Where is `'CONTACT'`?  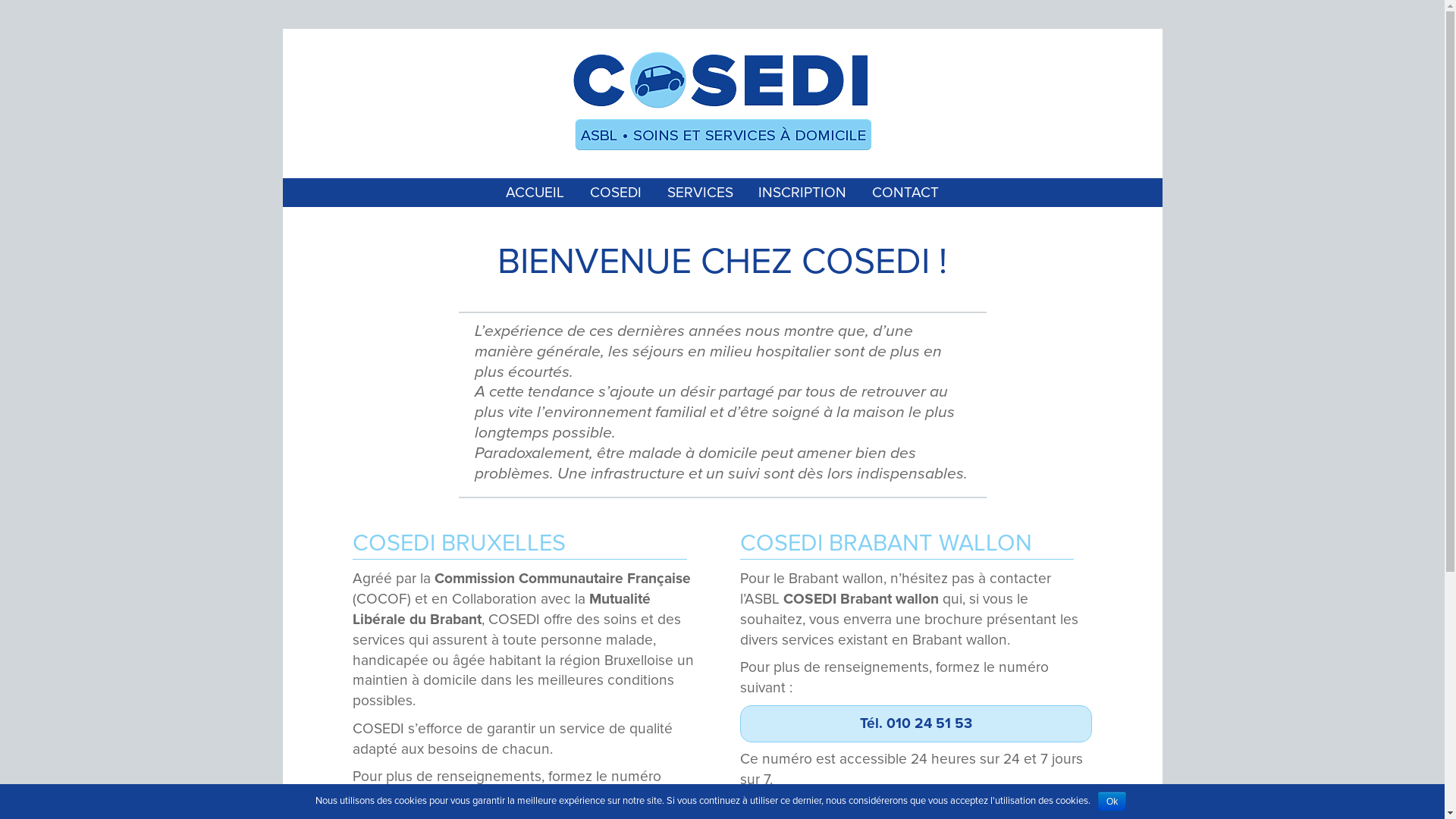 'CONTACT' is located at coordinates (905, 191).